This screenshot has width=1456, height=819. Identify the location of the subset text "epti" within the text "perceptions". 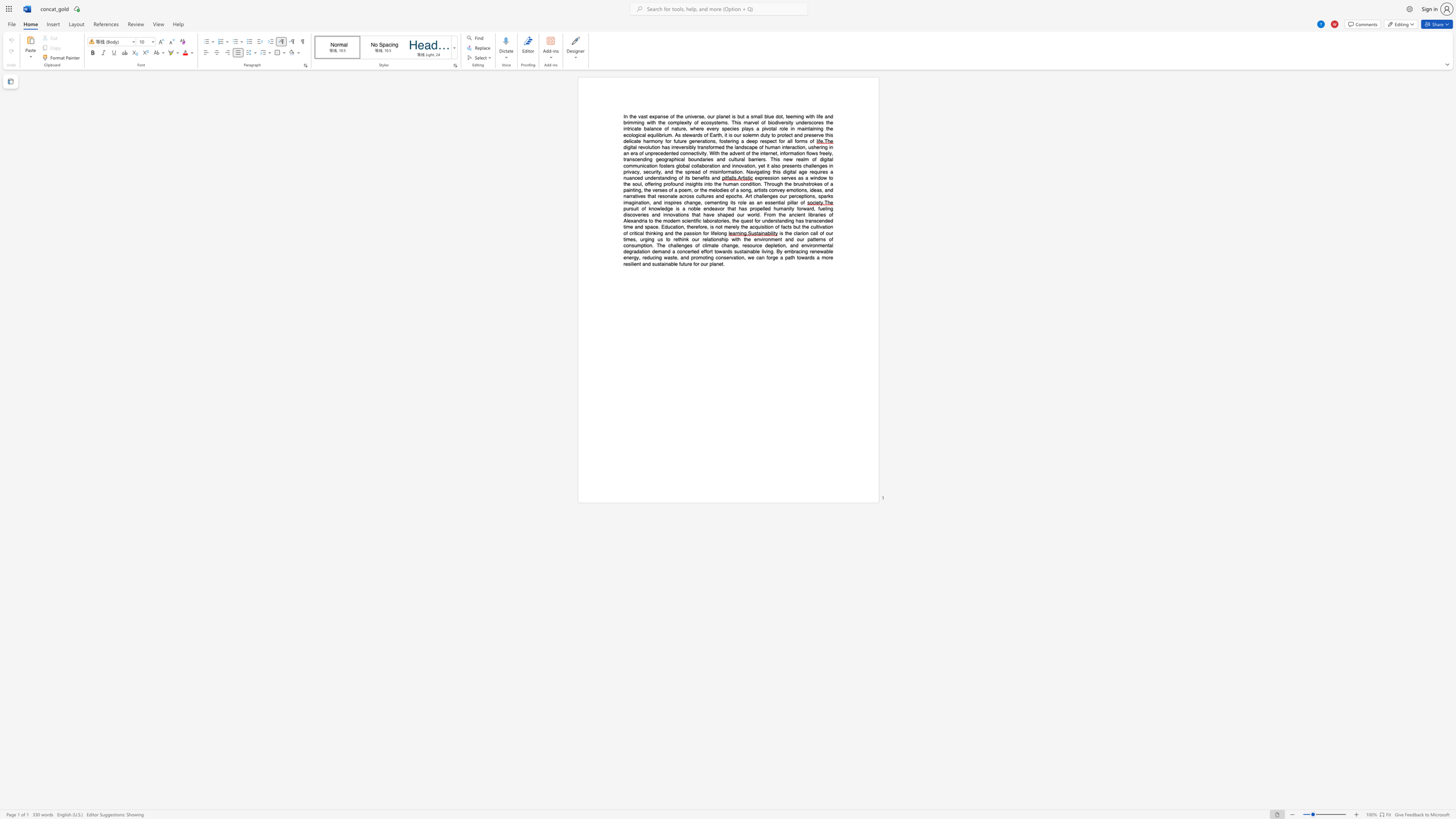
(798, 196).